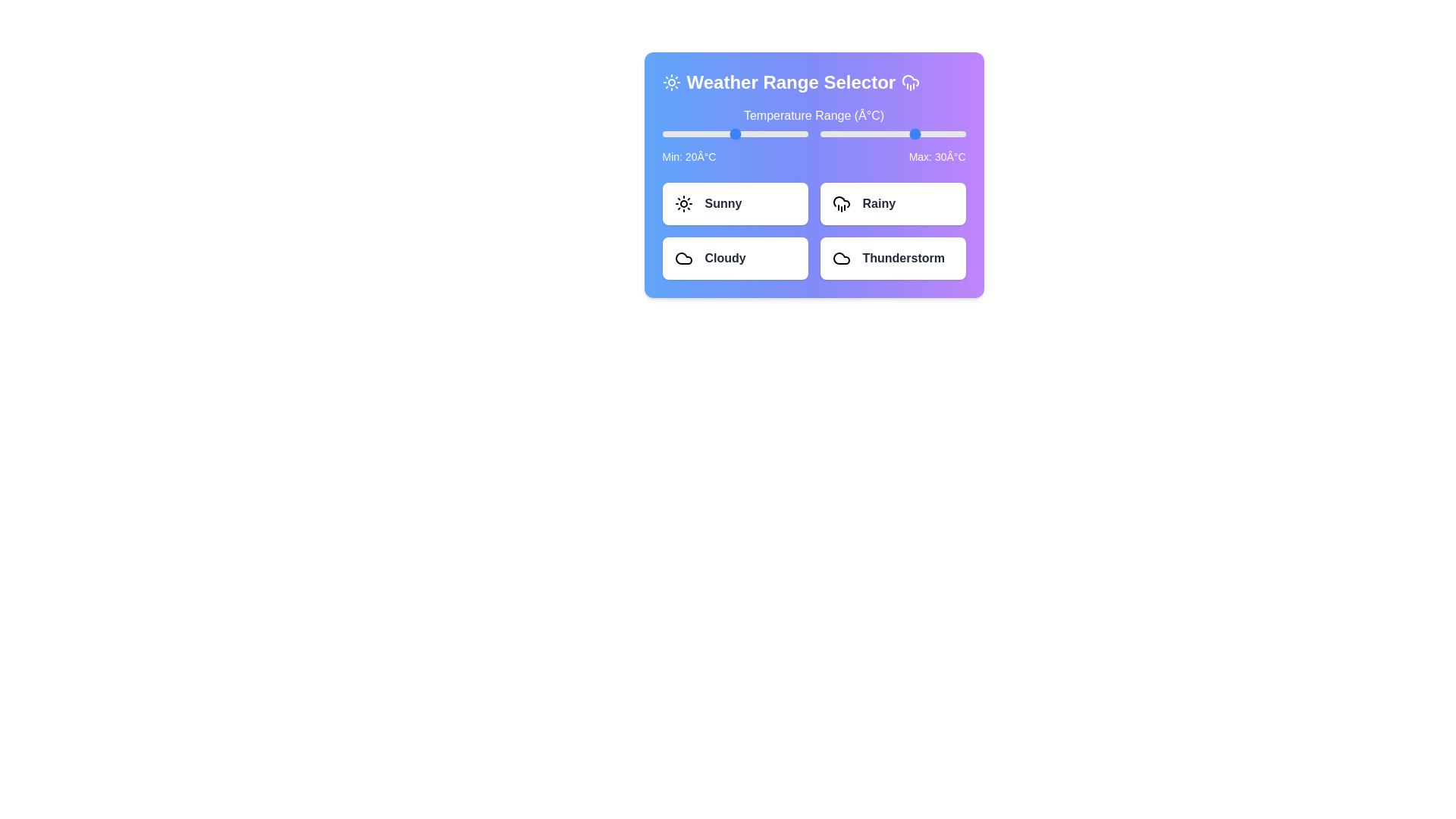 This screenshot has height=819, width=1456. I want to click on the maximum temperature slider to 37°C, so click(933, 133).